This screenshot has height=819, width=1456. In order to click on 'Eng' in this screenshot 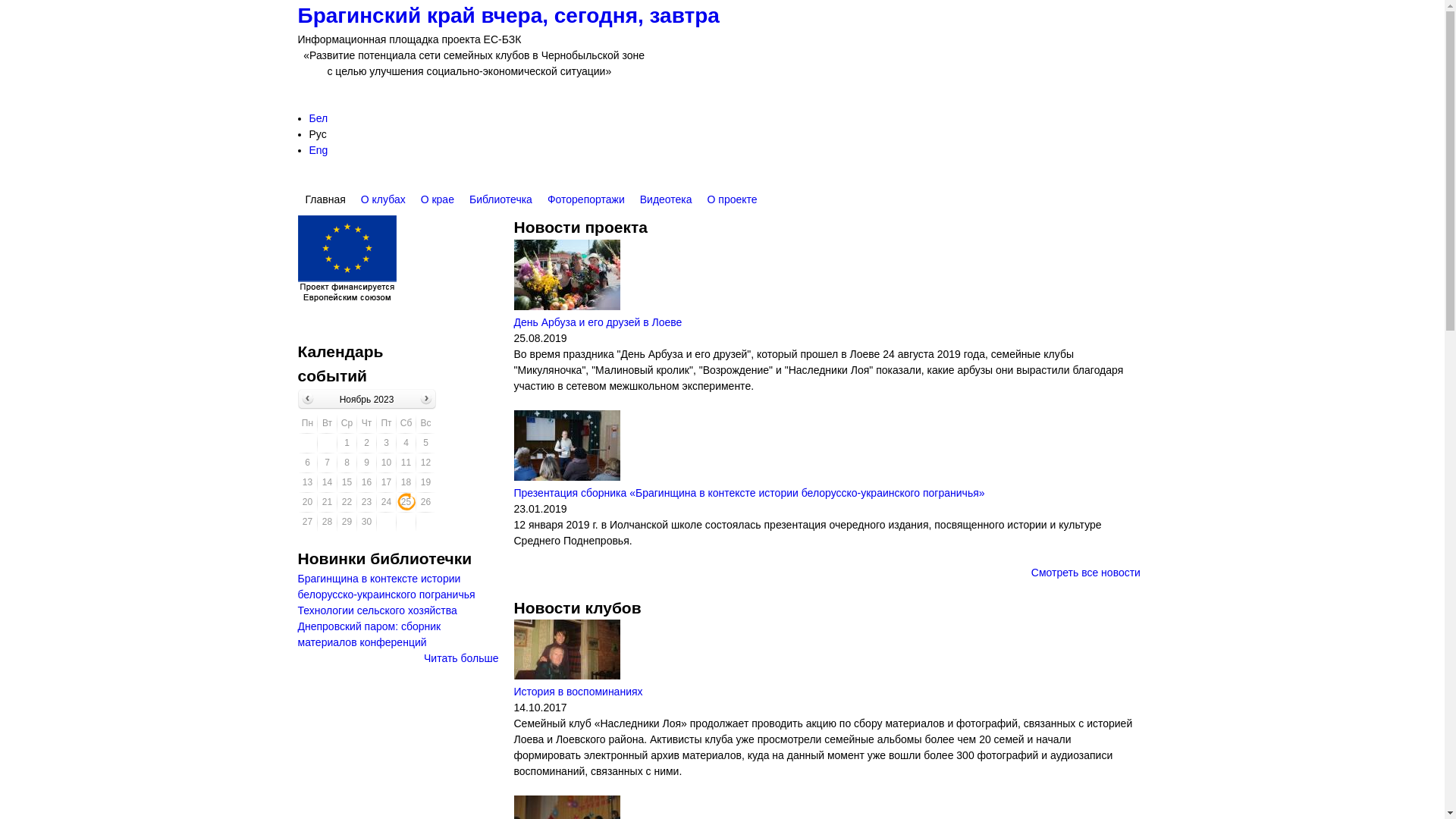, I will do `click(309, 149)`.